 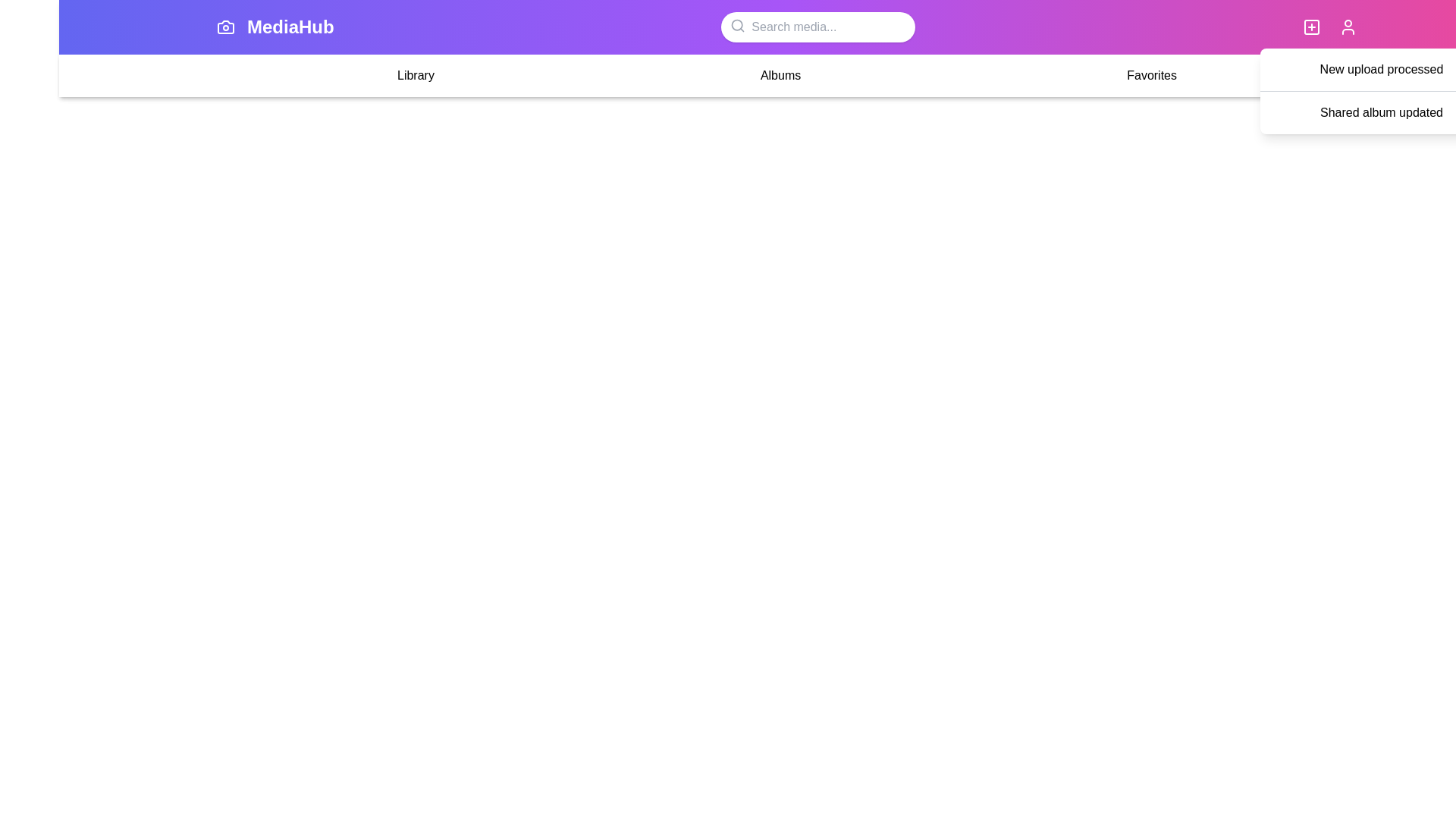 What do you see at coordinates (780, 76) in the screenshot?
I see `the 'Albums' menu item to view the albums` at bounding box center [780, 76].